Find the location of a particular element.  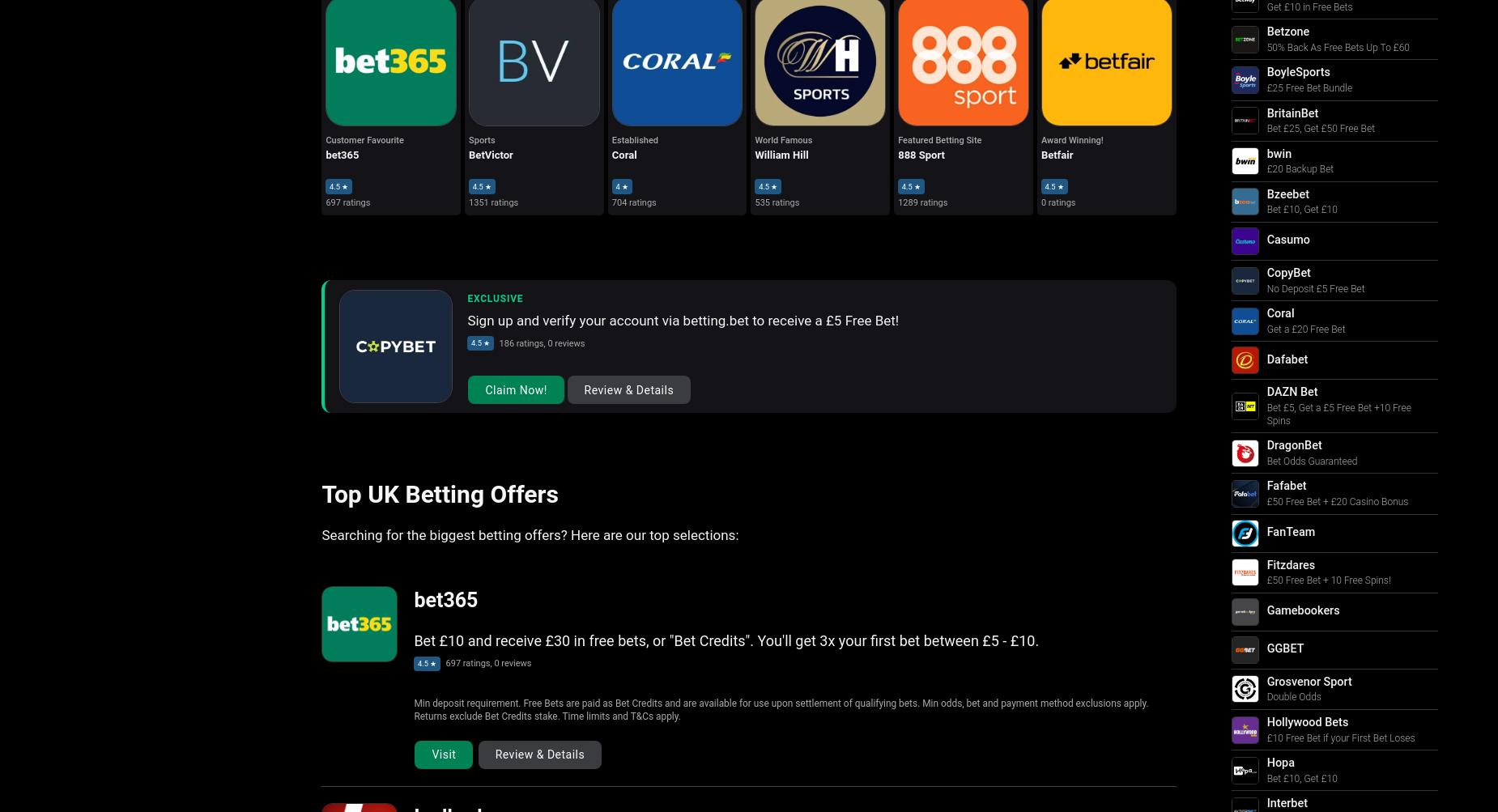

'1289 ratings' is located at coordinates (897, 202).